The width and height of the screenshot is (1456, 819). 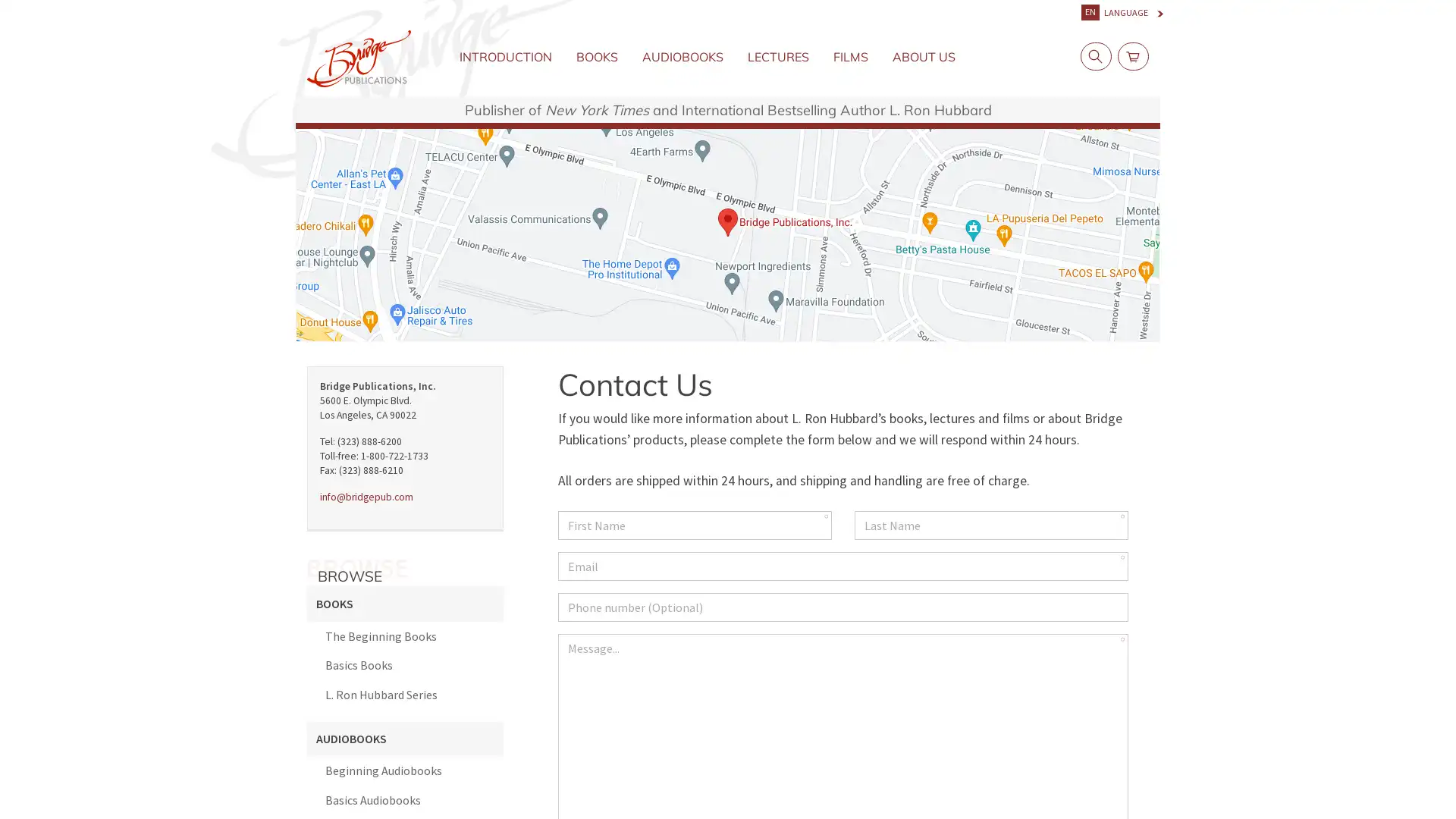 What do you see at coordinates (1353, 784) in the screenshot?
I see `Leave us a message.` at bounding box center [1353, 784].